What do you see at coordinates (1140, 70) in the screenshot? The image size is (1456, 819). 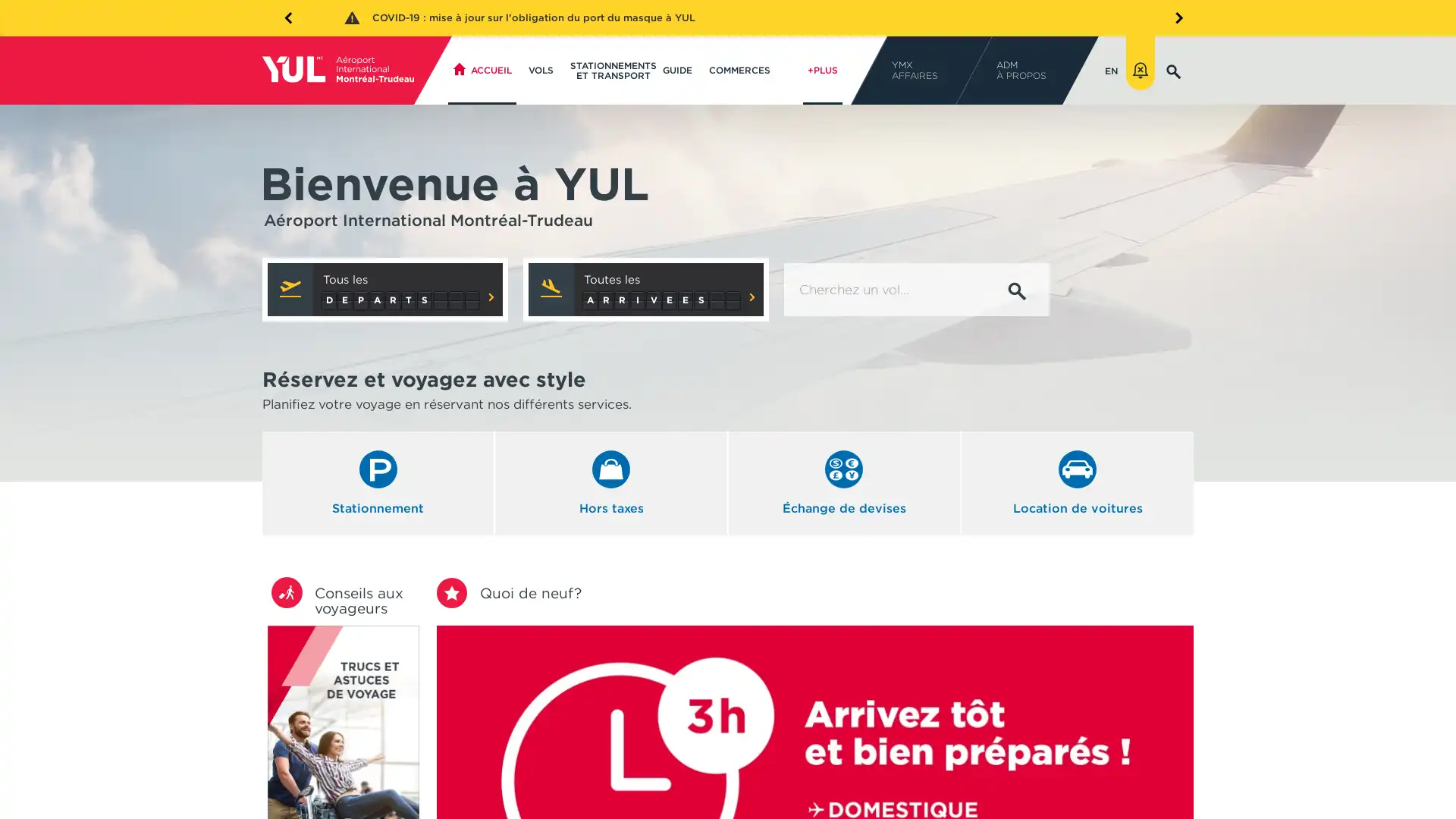 I see `4 alert(s)` at bounding box center [1140, 70].